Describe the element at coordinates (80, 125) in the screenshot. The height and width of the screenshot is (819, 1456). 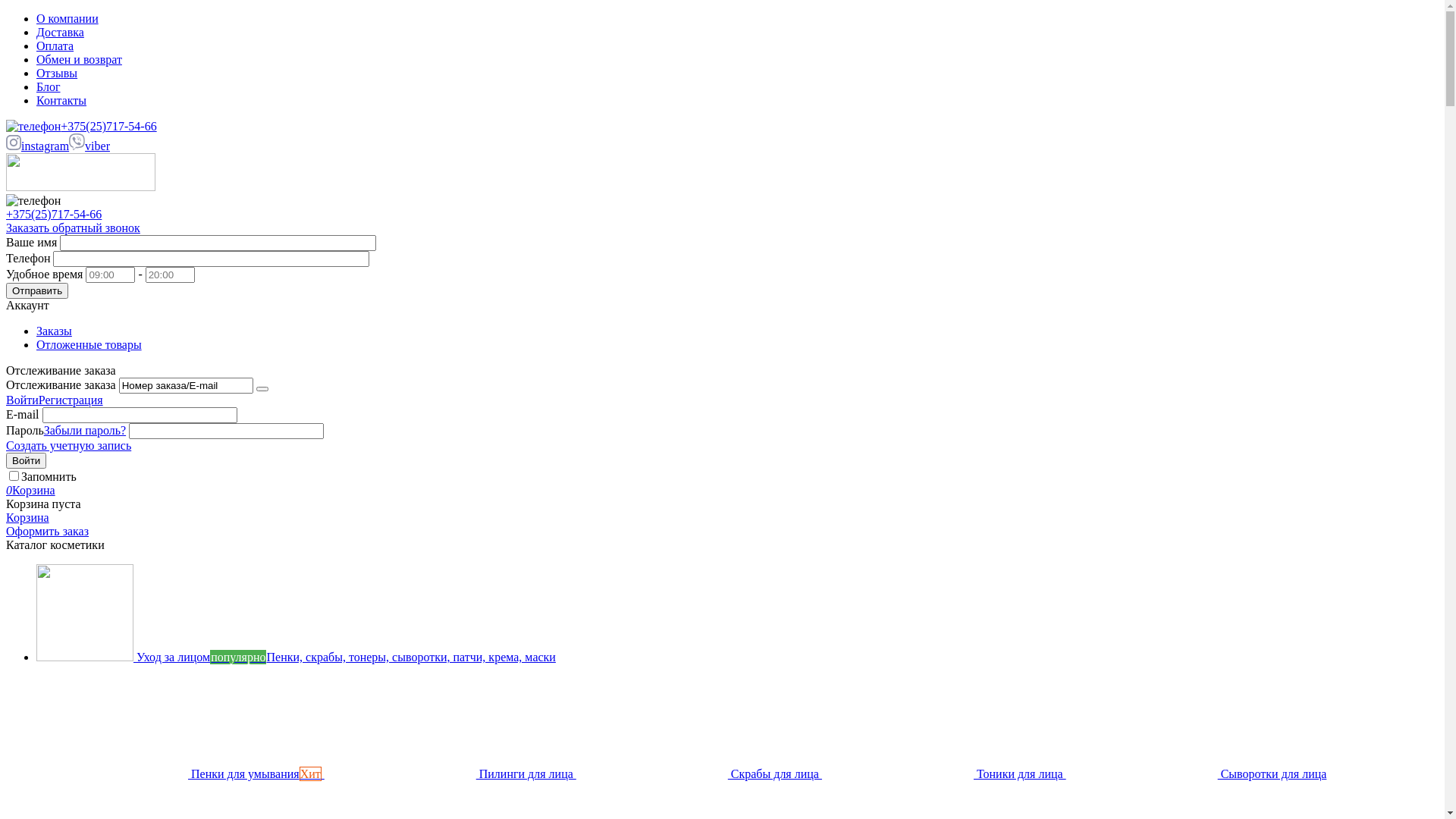
I see `'+375(25)717-54-66'` at that location.